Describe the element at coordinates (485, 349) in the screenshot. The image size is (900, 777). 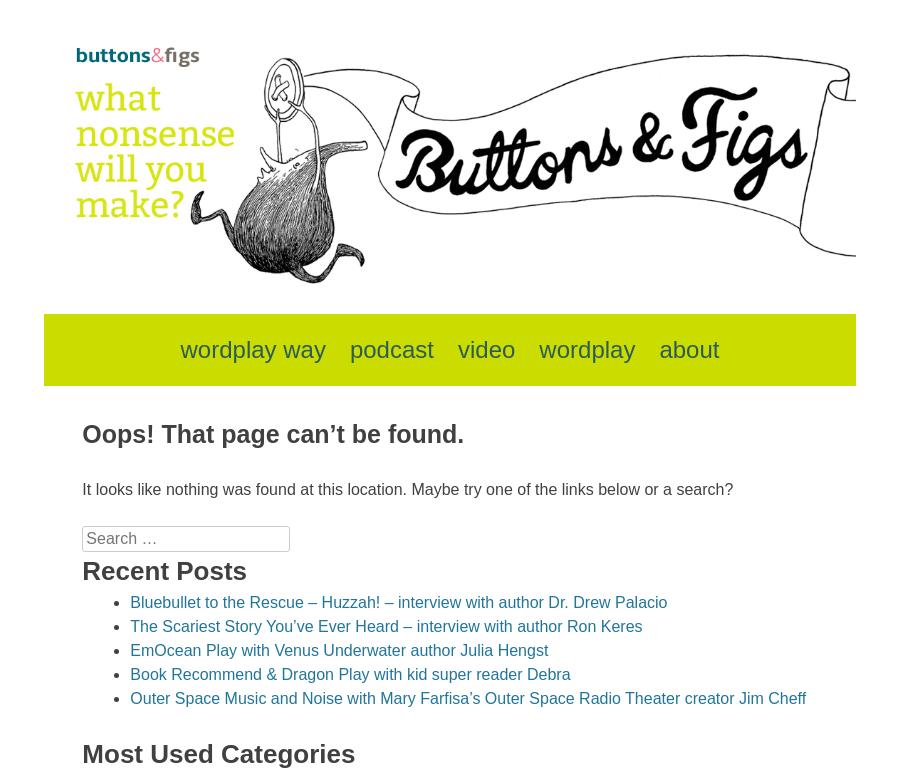
I see `'video'` at that location.